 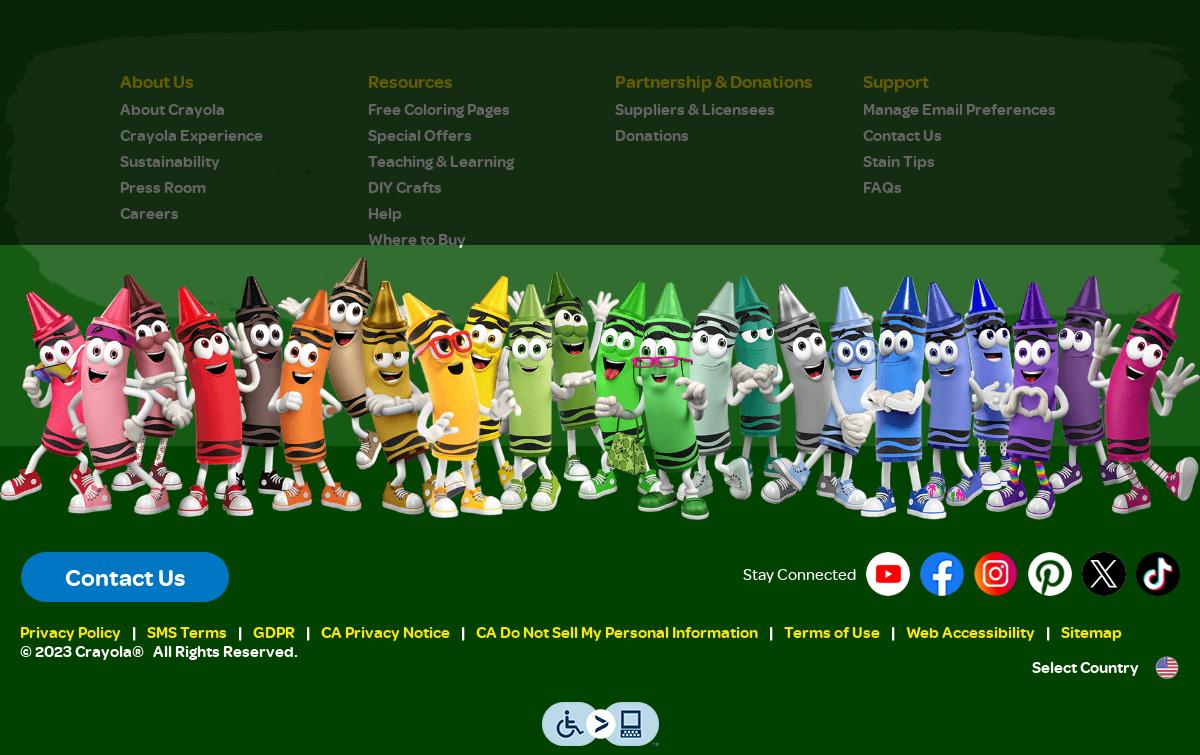 What do you see at coordinates (384, 212) in the screenshot?
I see `'Help'` at bounding box center [384, 212].